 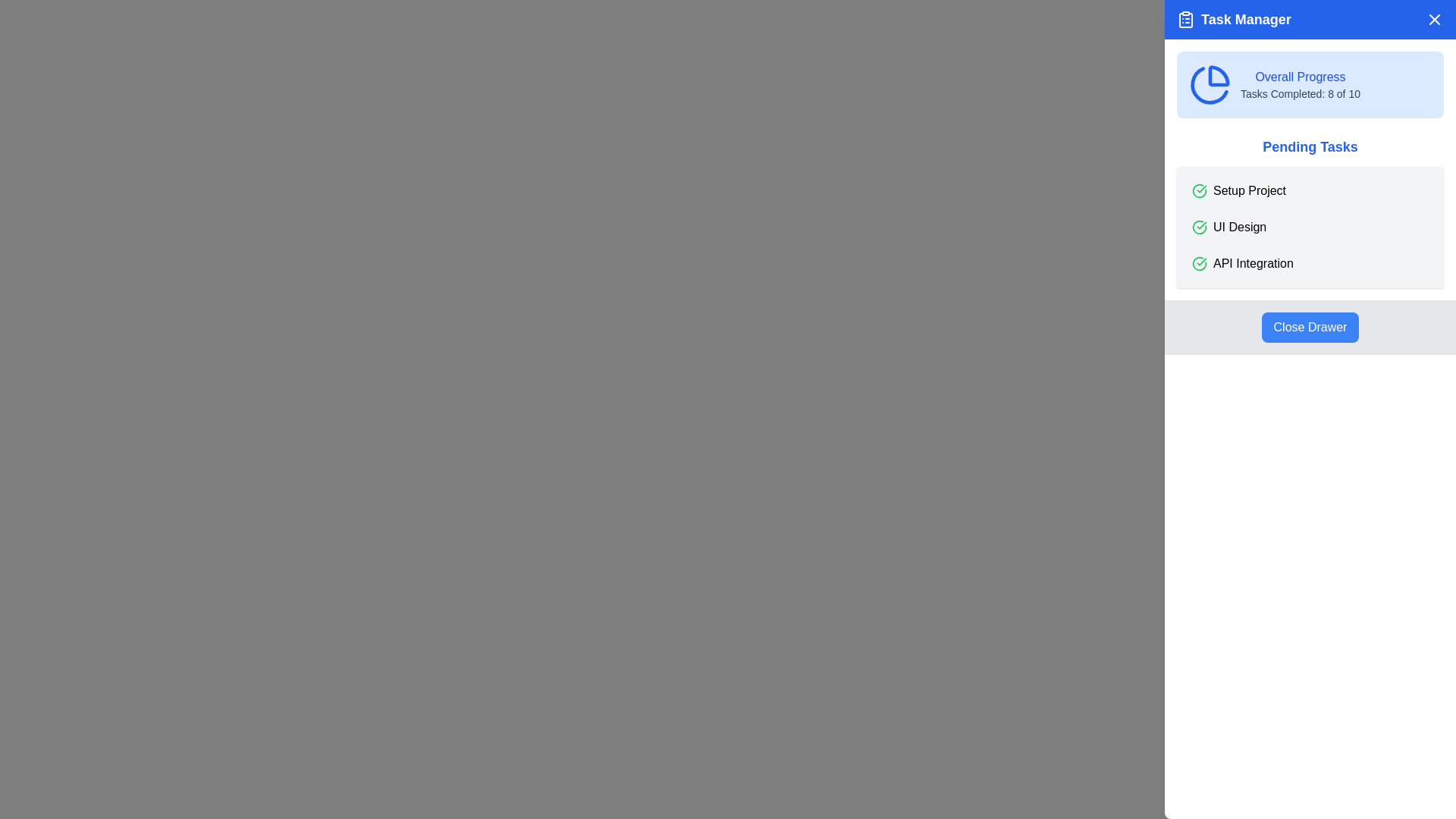 I want to click on the 'API Integration' text label located in the 'Pending Tasks' section of the task sidebar, which is above subsequent tasks and aligned with a green checkmark icon on its left, so click(x=1253, y=262).